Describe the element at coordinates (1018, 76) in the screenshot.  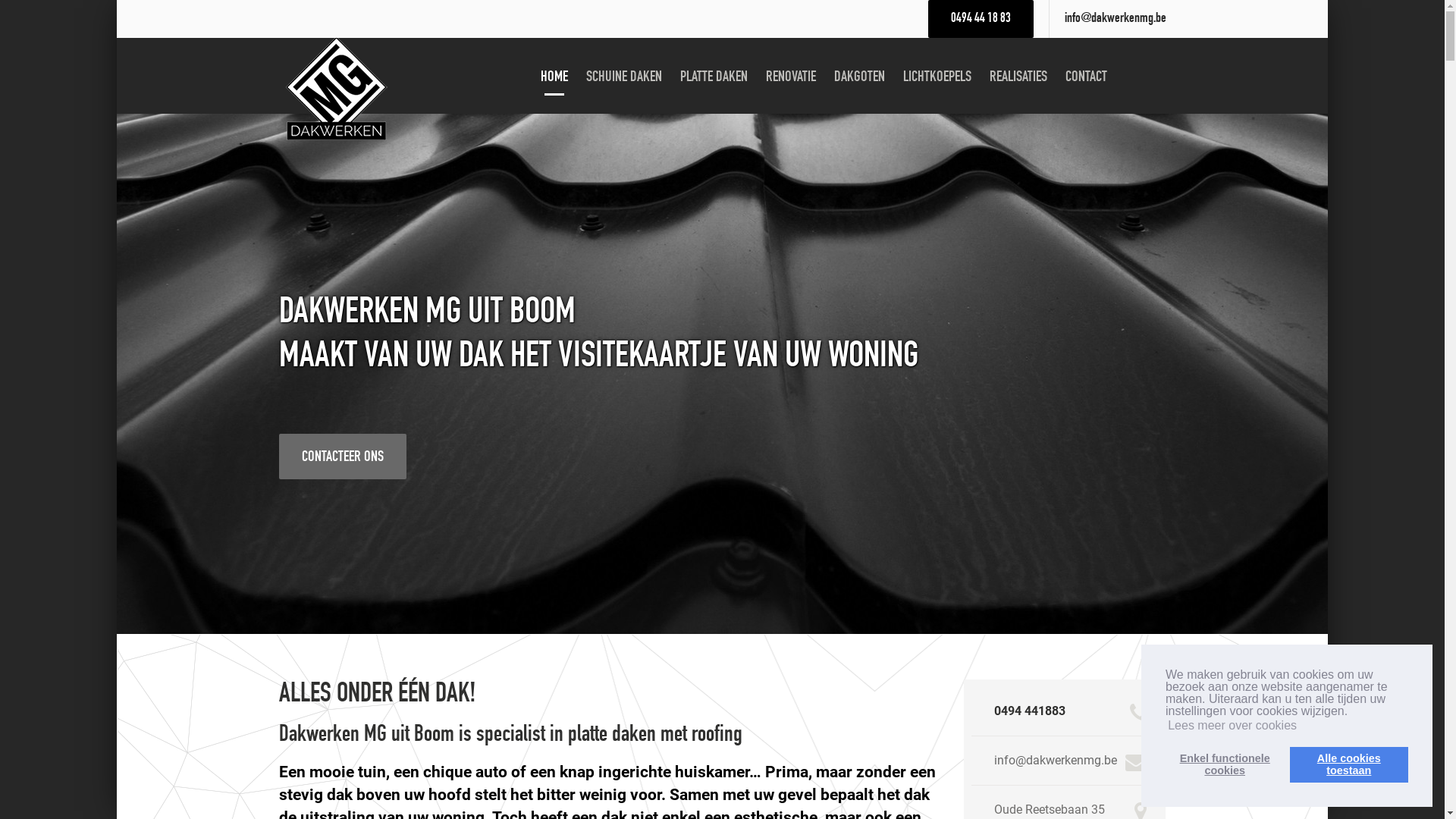
I see `'REALISATIES'` at that location.